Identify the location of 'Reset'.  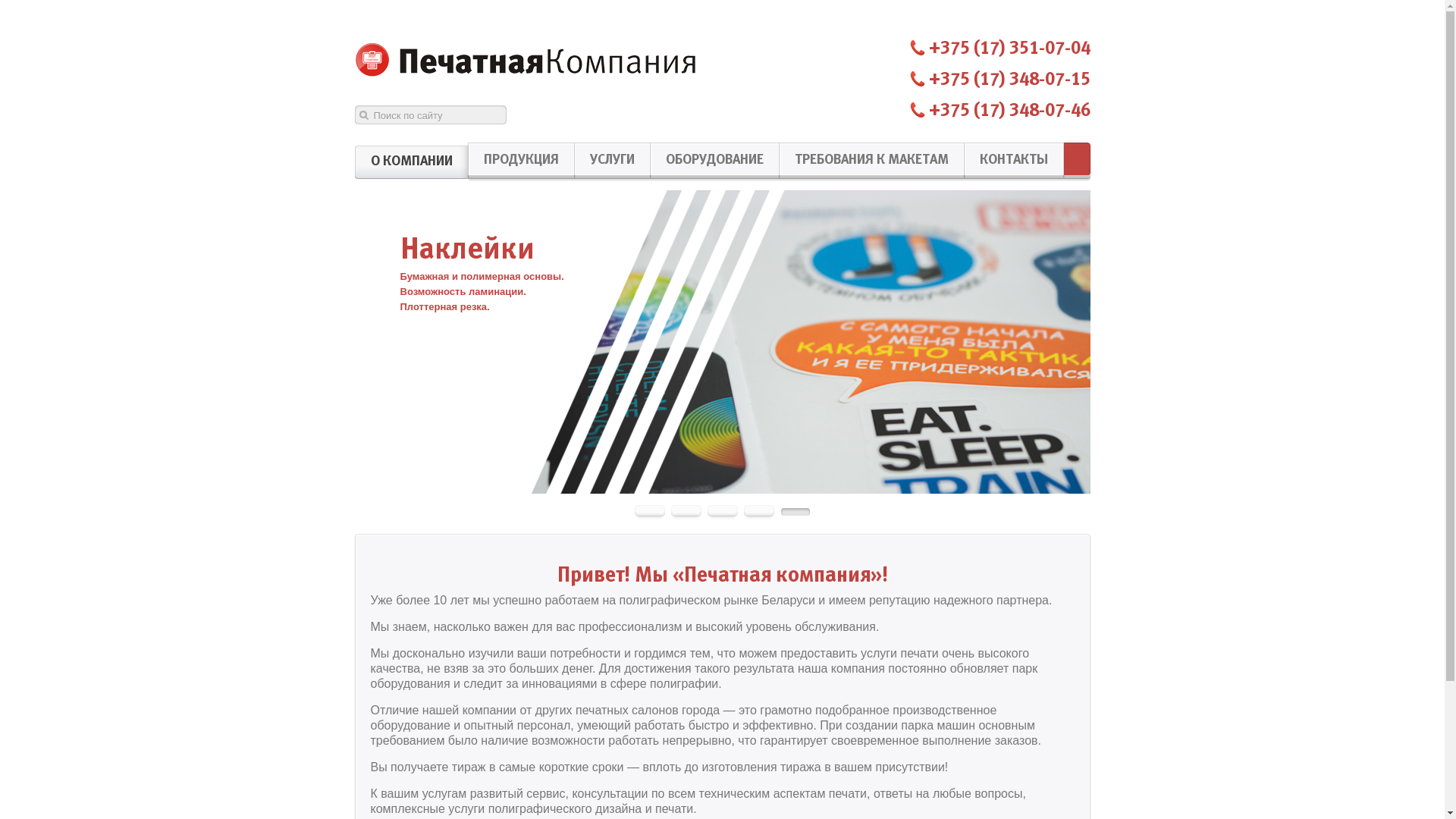
(3, 2).